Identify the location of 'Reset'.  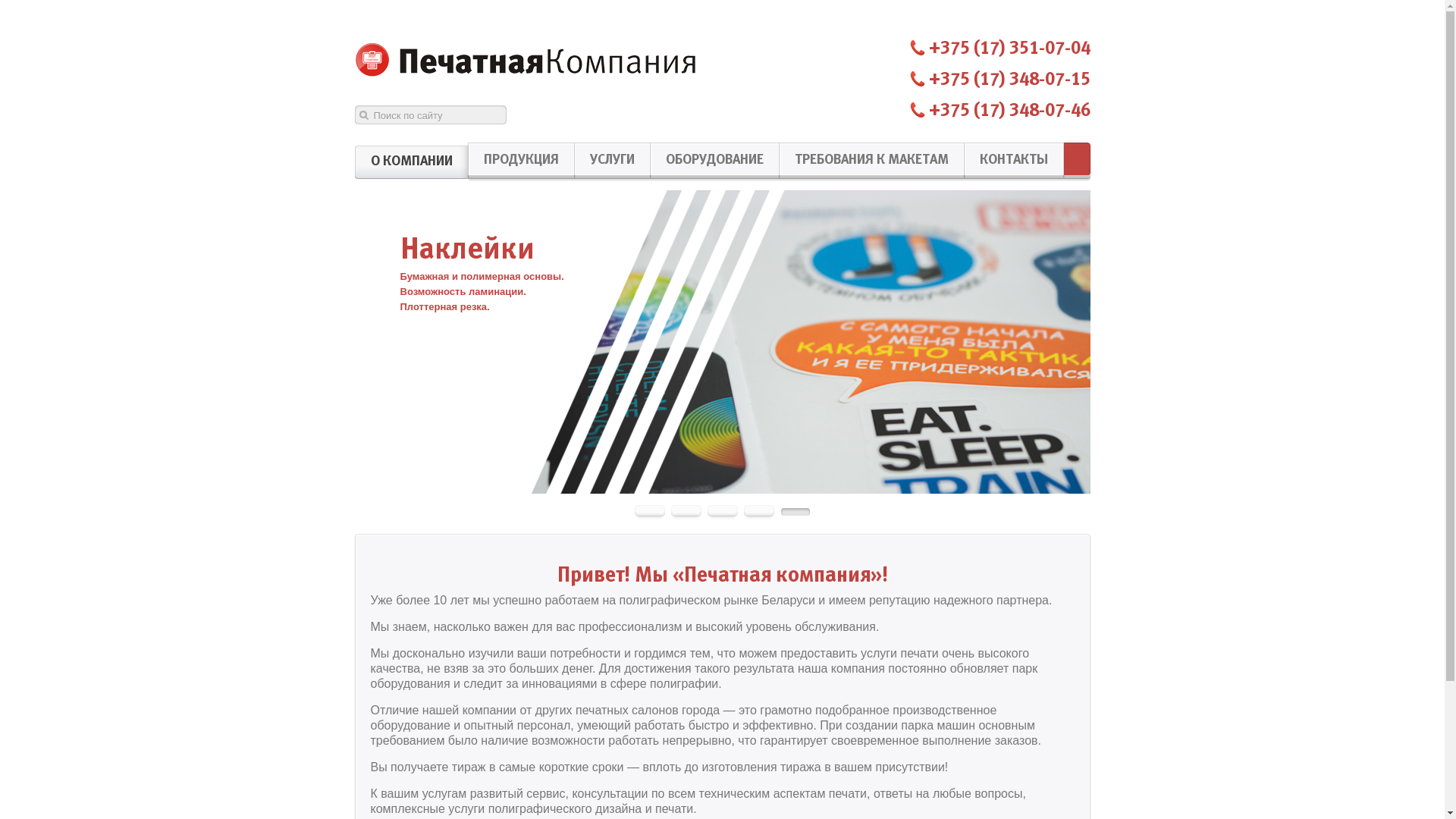
(3, 2).